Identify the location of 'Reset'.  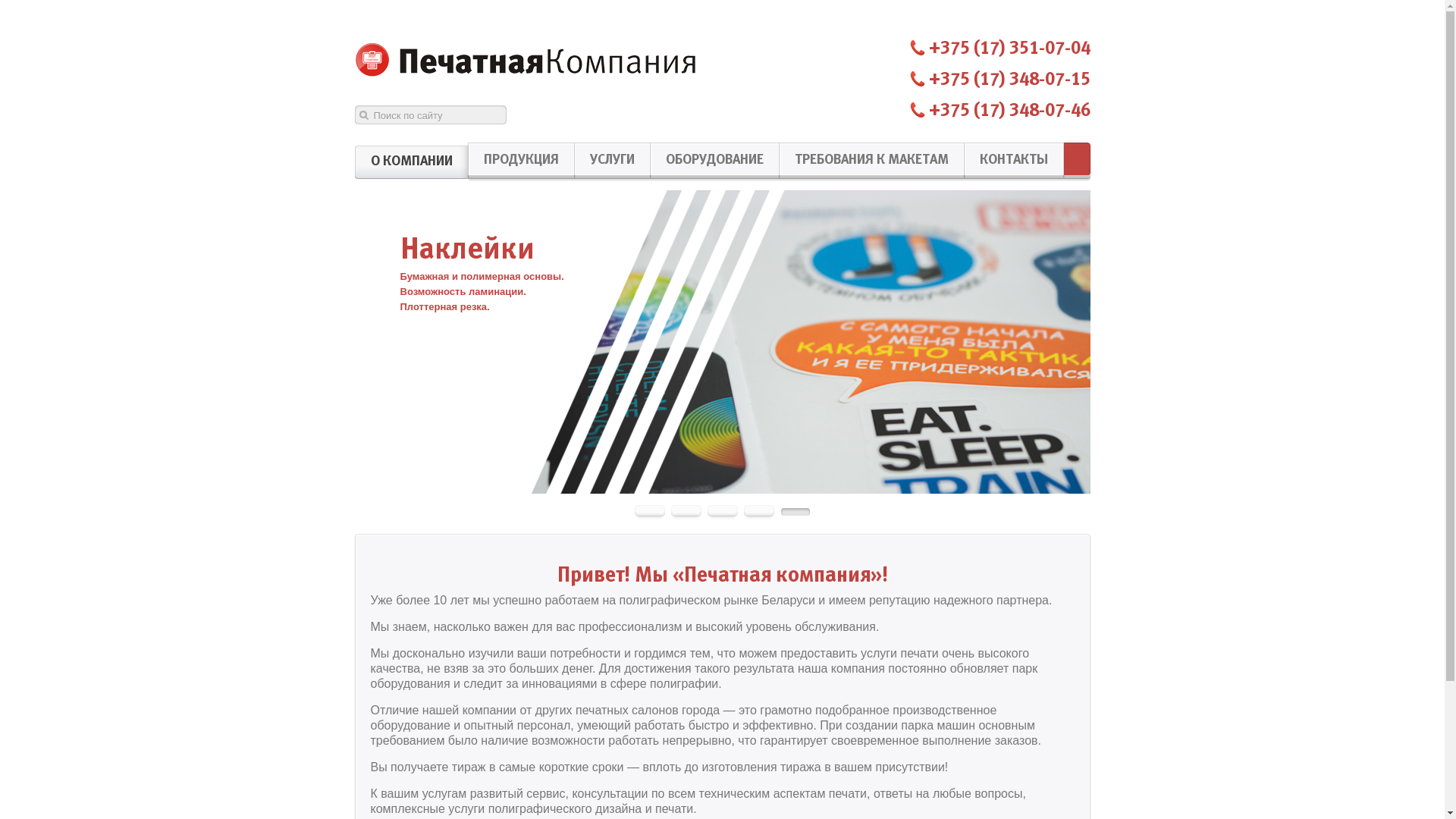
(3, 2).